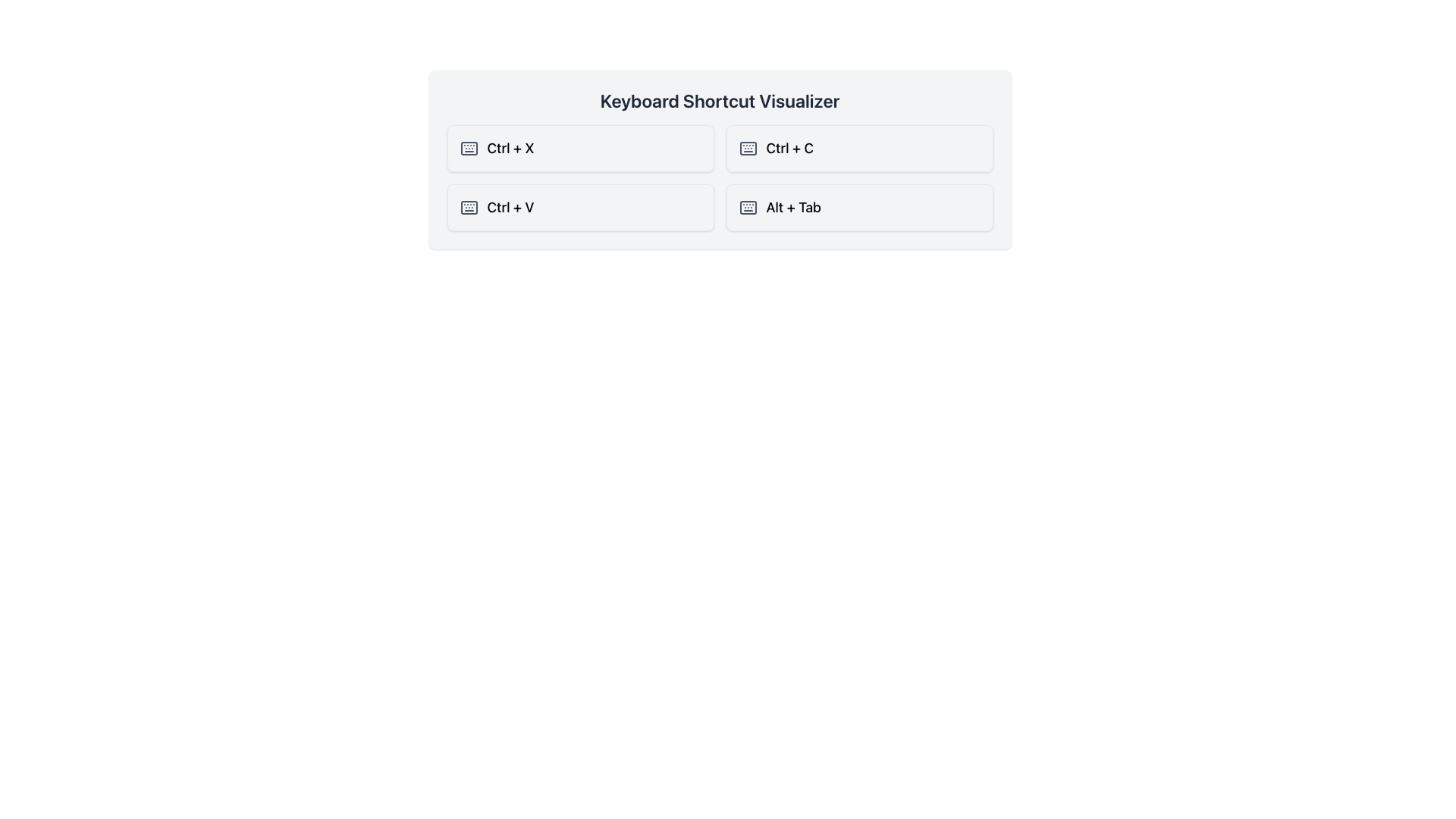 The width and height of the screenshot is (1456, 819). Describe the element at coordinates (748, 207) in the screenshot. I see `the keyboard icon located within the 'Alt + Tab' button at the bottom-right corner of the four-button grid layout` at that location.